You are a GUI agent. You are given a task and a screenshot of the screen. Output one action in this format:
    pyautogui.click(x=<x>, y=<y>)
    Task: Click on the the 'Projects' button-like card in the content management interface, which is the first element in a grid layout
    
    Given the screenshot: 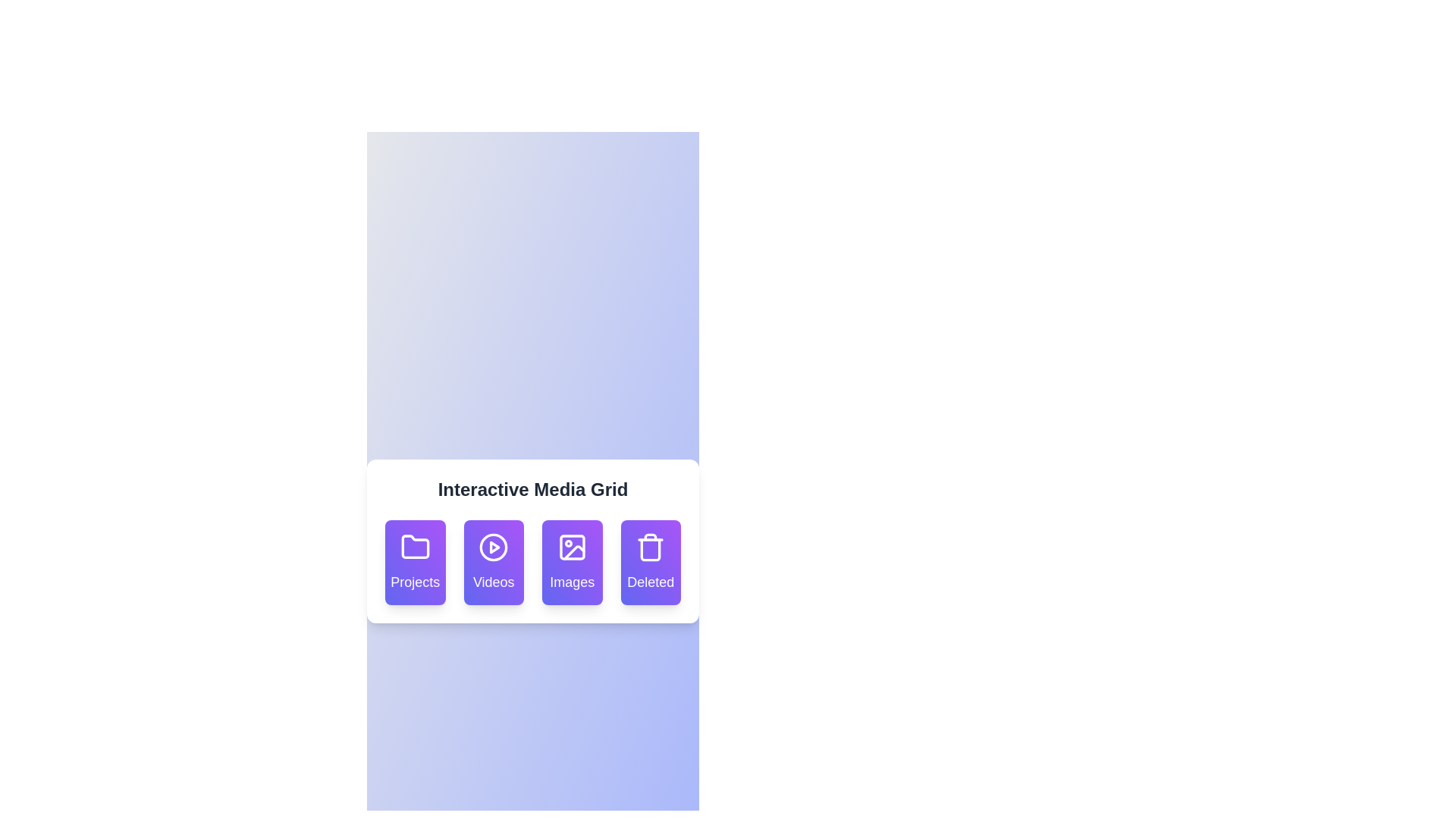 What is the action you would take?
    pyautogui.click(x=415, y=562)
    